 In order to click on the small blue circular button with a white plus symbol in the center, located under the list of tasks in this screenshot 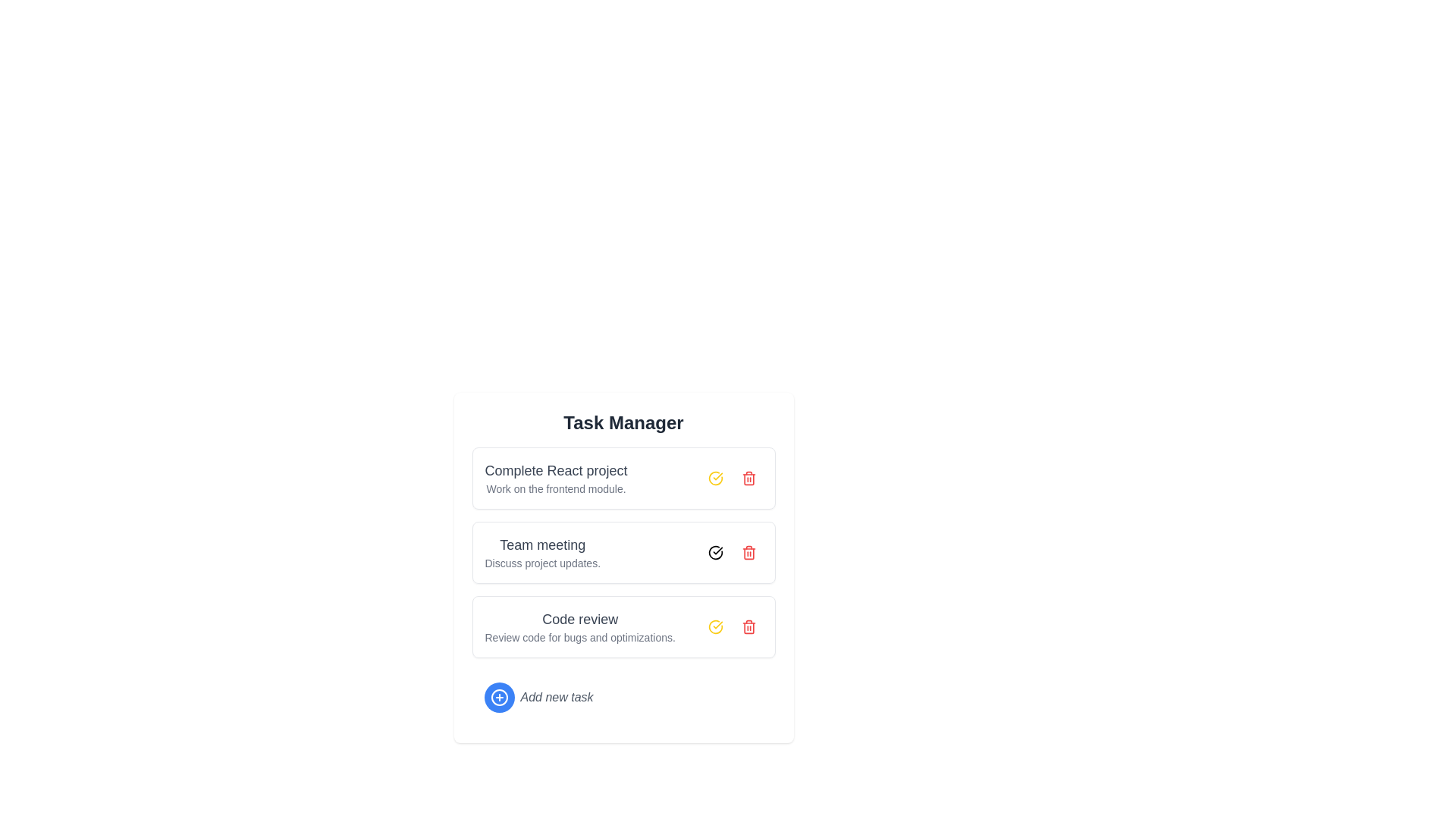, I will do `click(499, 698)`.